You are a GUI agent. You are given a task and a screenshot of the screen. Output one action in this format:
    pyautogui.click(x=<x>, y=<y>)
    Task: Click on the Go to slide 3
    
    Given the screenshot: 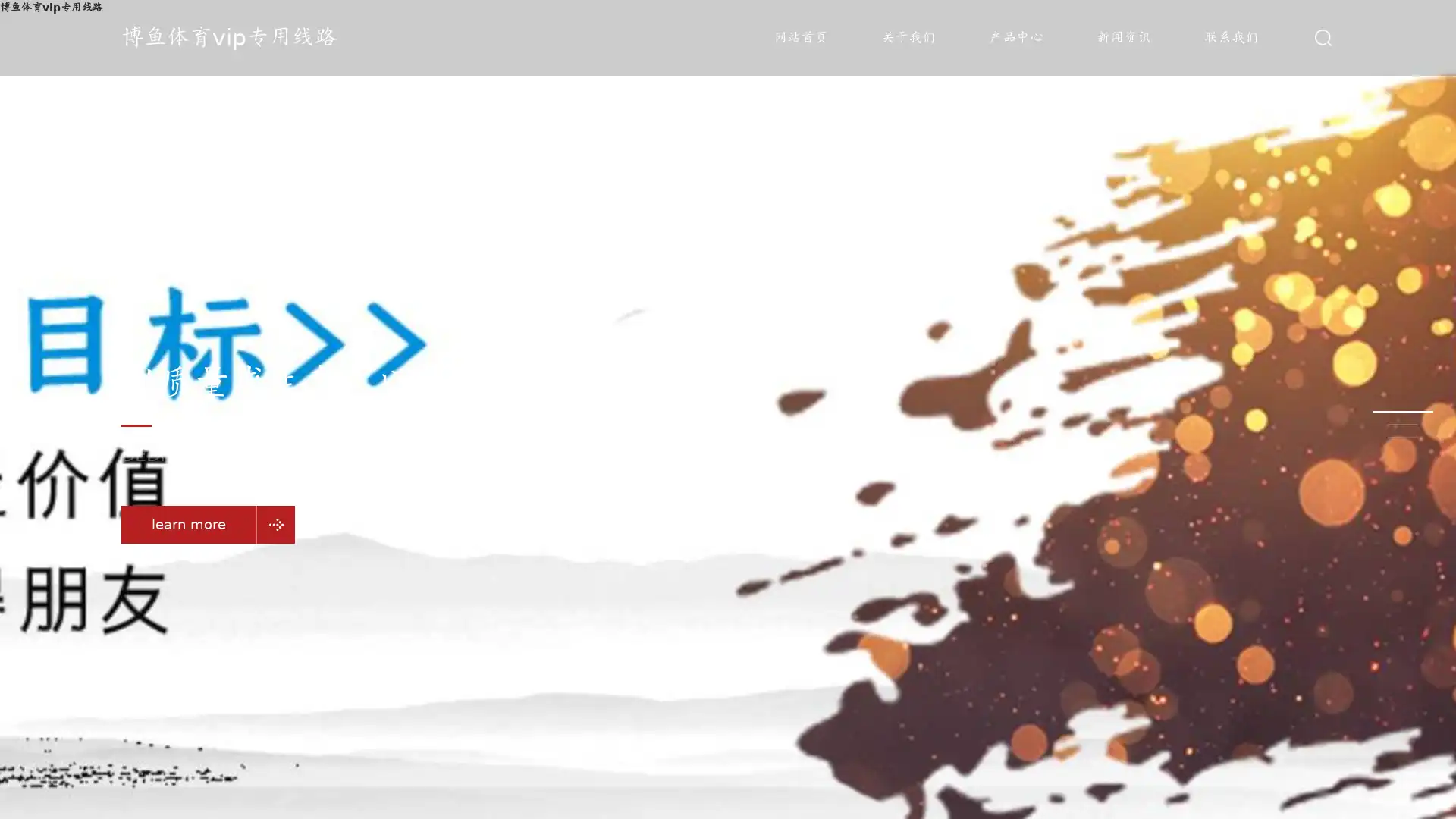 What is the action you would take?
    pyautogui.click(x=1401, y=438)
    